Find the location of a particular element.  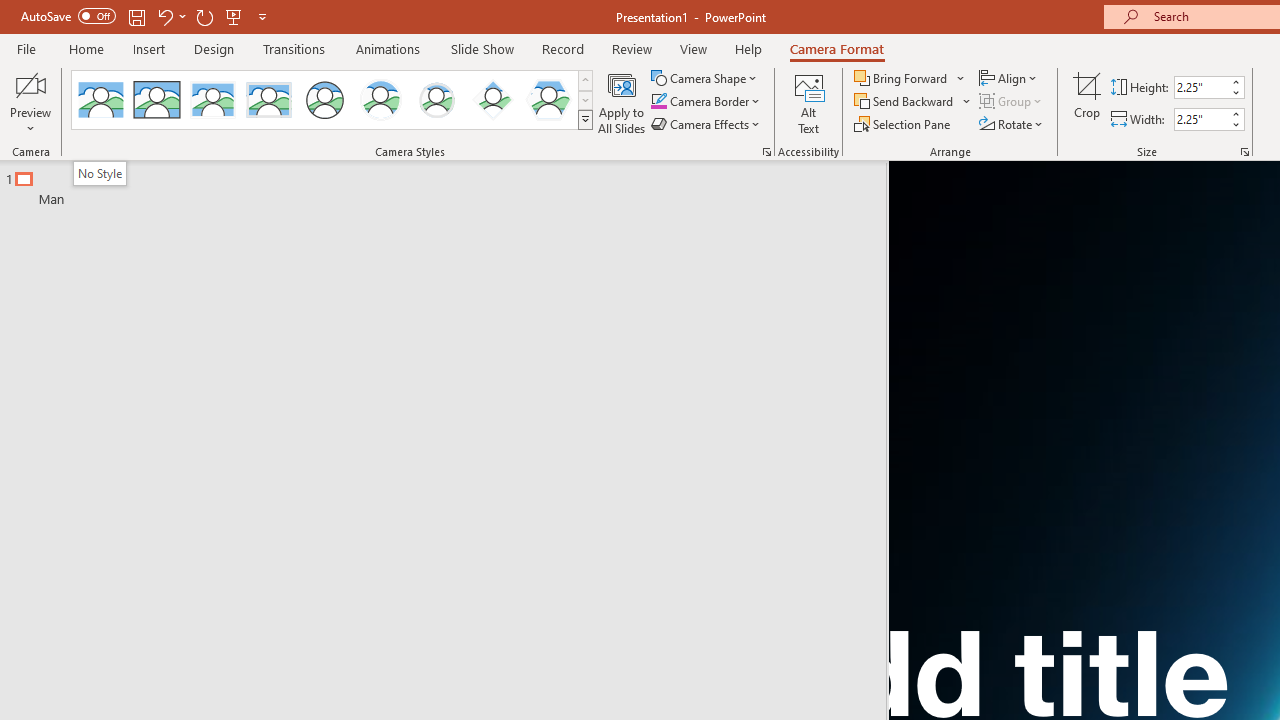

'Center Shadow Hexagon' is located at coordinates (549, 100).